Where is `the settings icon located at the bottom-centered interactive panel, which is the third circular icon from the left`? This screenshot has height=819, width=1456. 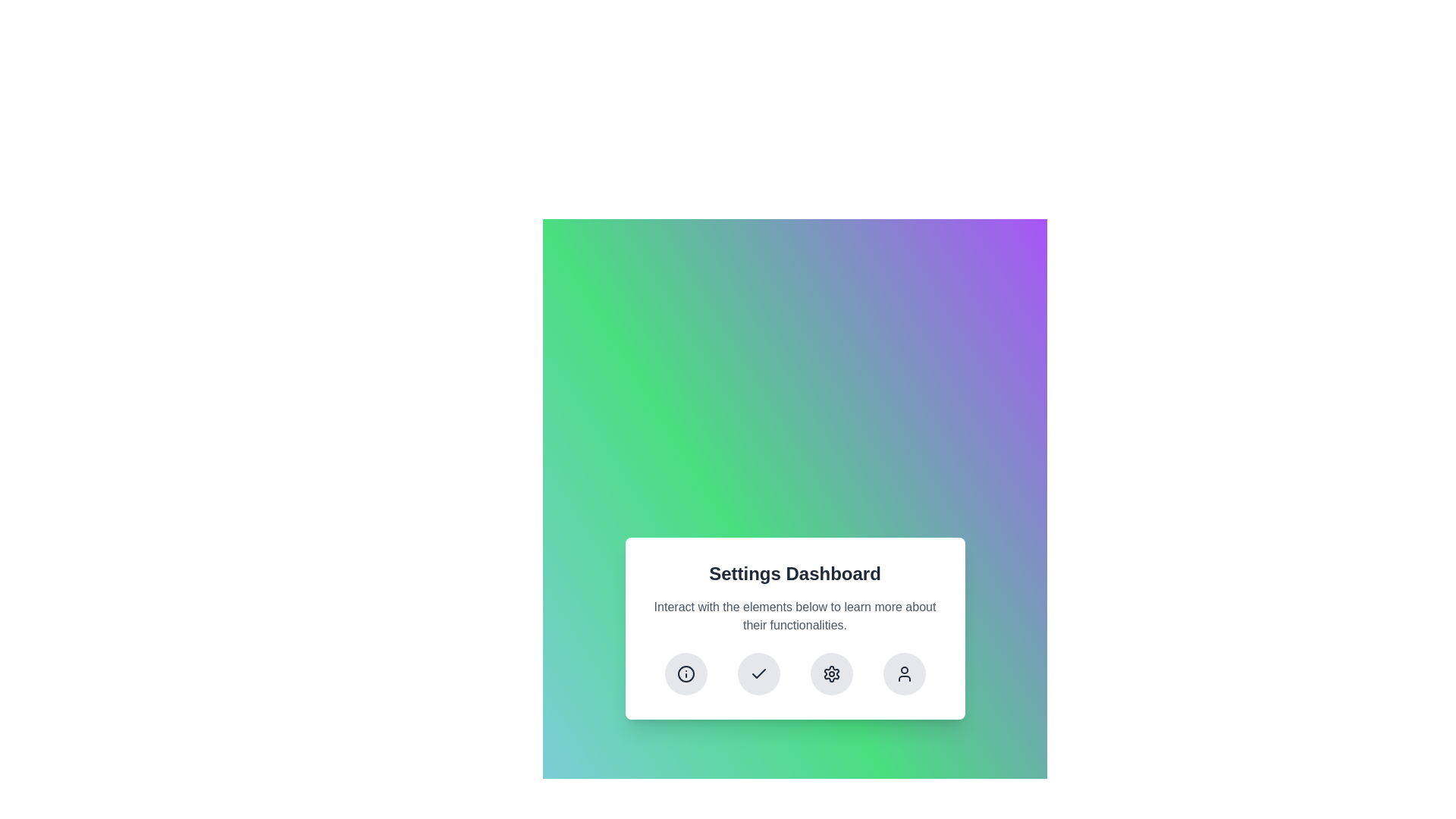
the settings icon located at the bottom-centered interactive panel, which is the third circular icon from the left is located at coordinates (830, 673).